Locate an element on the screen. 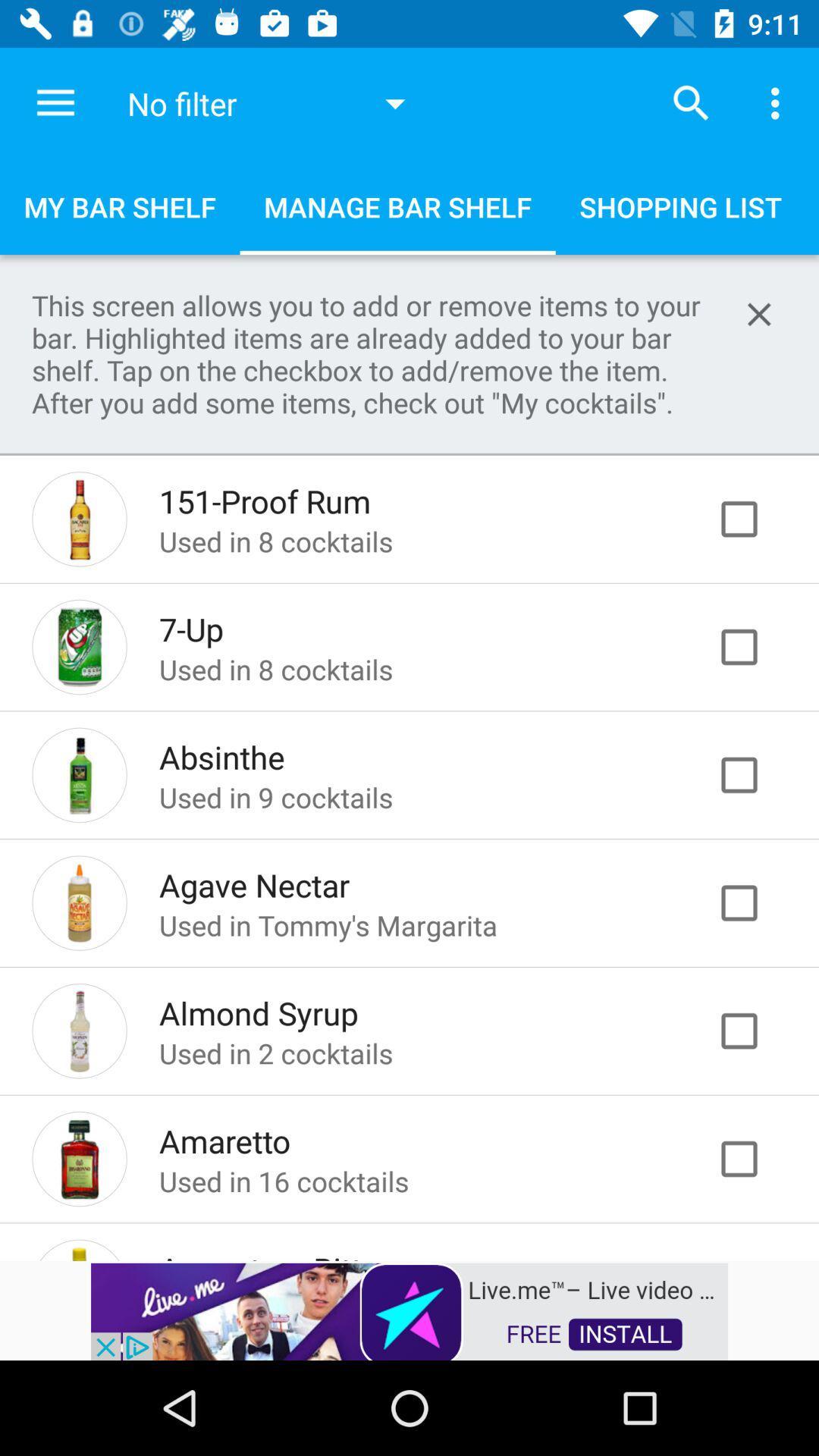 The image size is (819, 1456). button is located at coordinates (759, 313).